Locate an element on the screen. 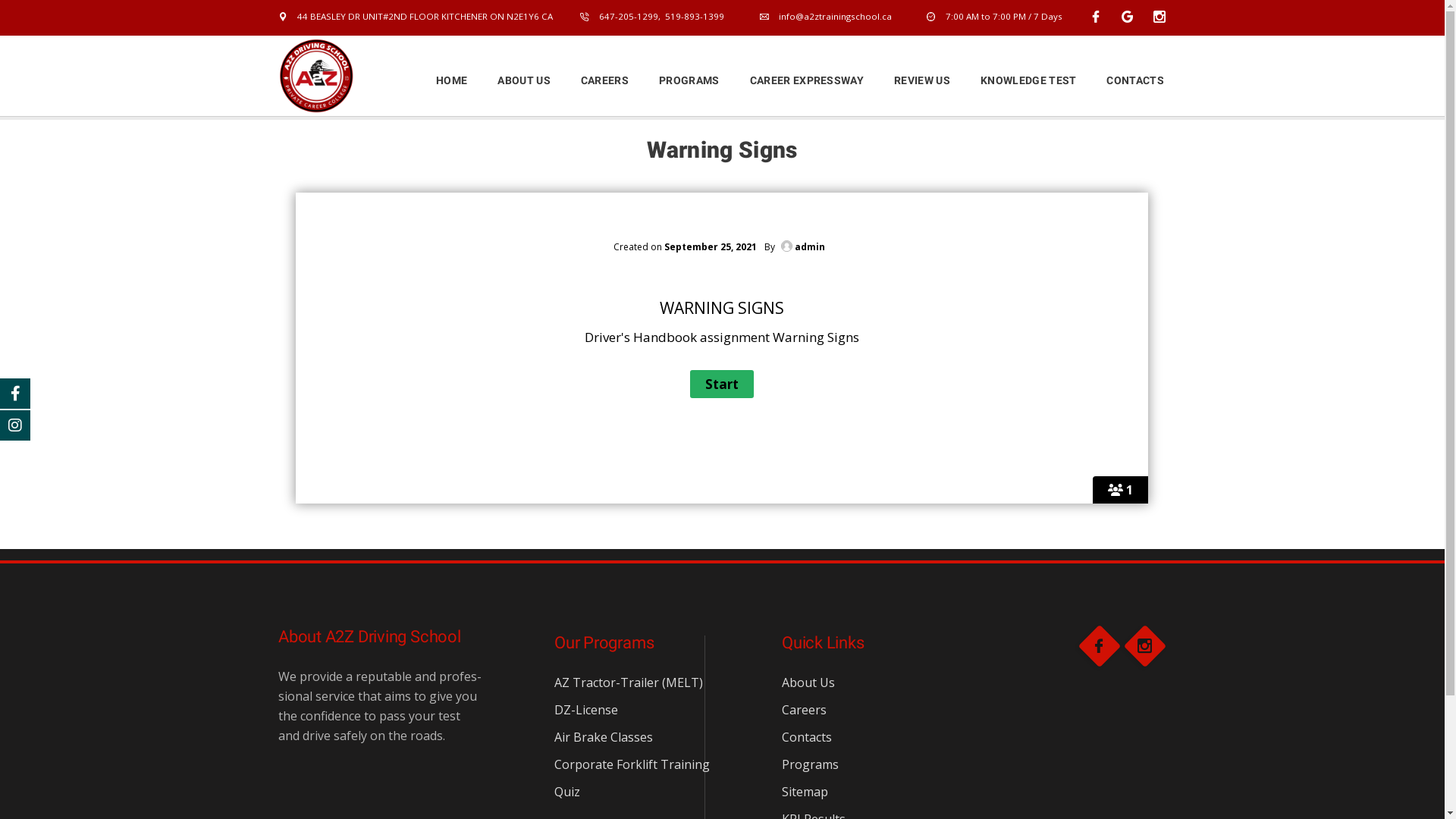  'Corporate Forklift Training' is located at coordinates (632, 764).